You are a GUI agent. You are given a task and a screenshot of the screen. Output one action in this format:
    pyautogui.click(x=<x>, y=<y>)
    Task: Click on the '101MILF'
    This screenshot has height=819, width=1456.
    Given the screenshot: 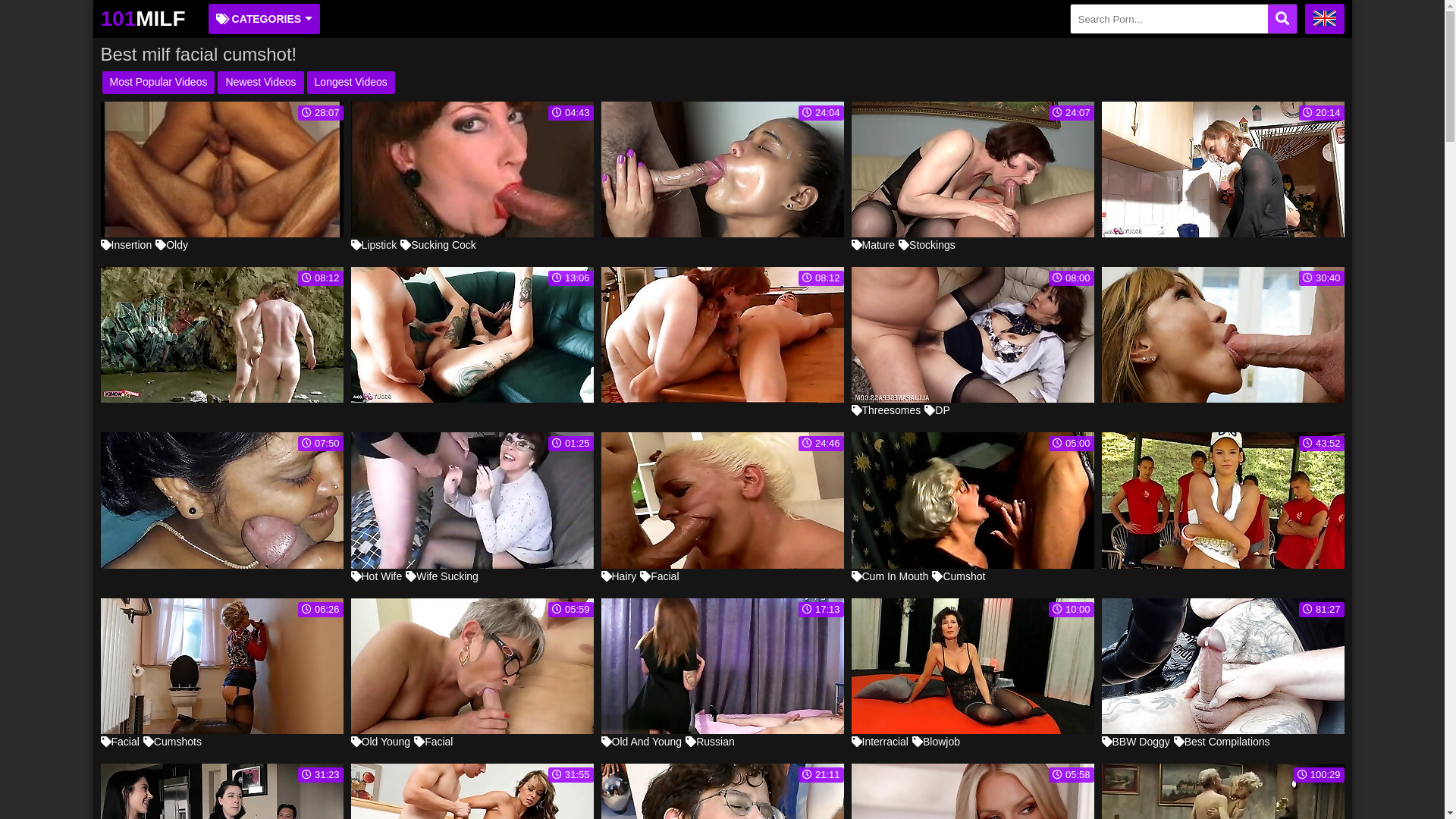 What is the action you would take?
    pyautogui.click(x=142, y=18)
    